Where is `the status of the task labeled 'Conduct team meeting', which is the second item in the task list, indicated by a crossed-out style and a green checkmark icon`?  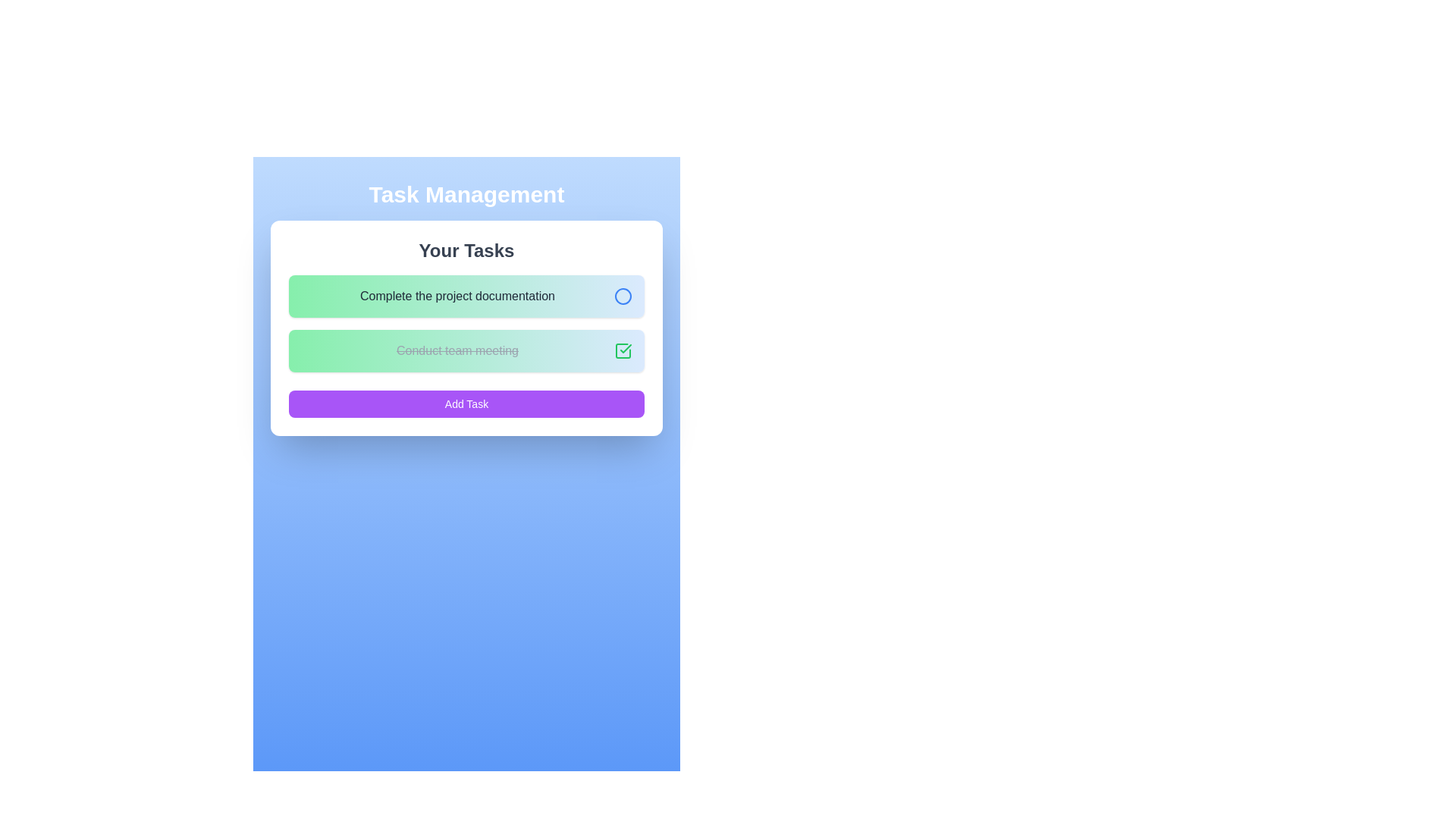
the status of the task labeled 'Conduct team meeting', which is the second item in the task list, indicated by a crossed-out style and a green checkmark icon is located at coordinates (466, 350).